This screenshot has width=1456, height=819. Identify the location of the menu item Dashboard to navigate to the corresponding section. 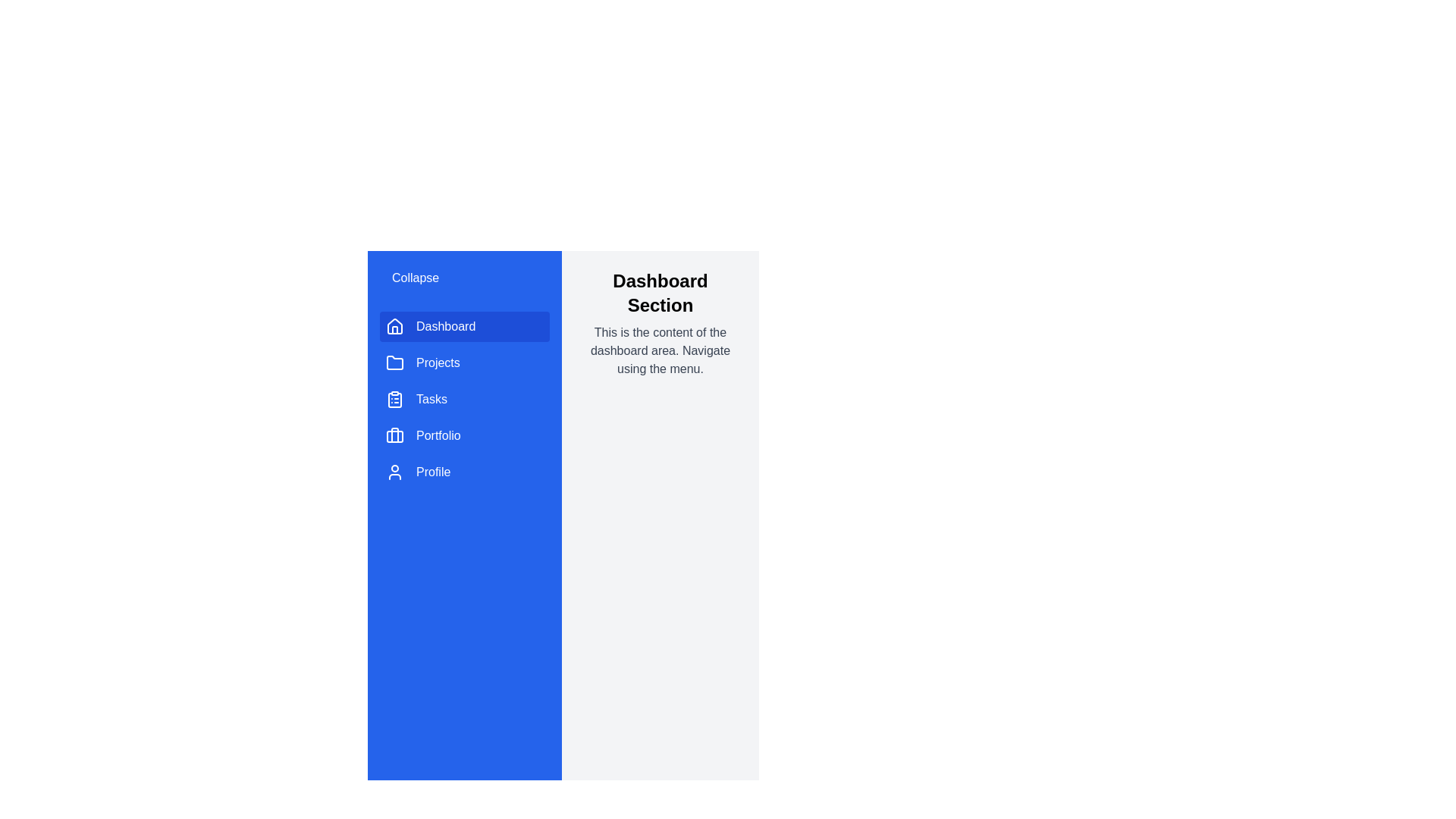
(464, 326).